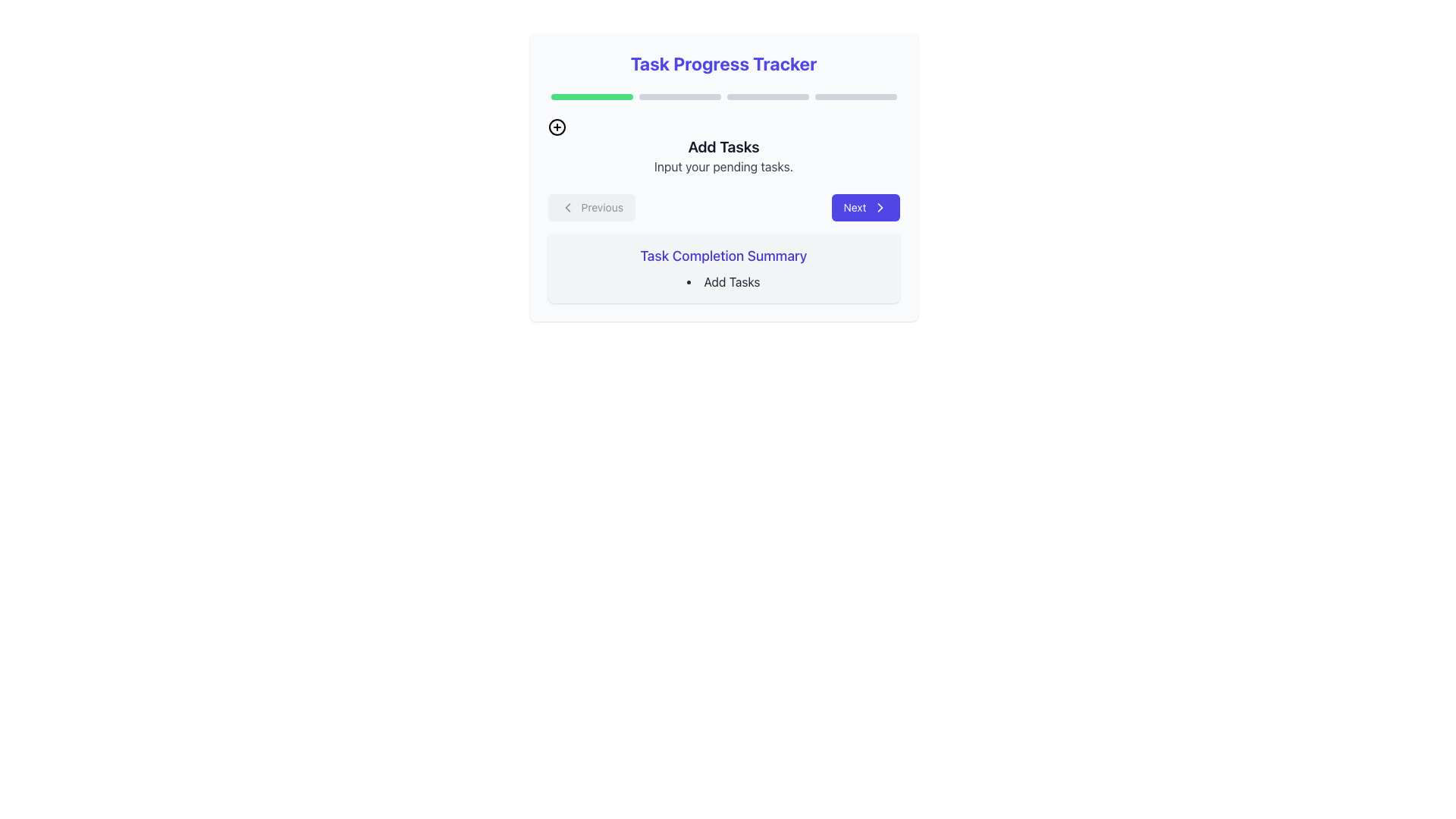  Describe the element at coordinates (723, 207) in the screenshot. I see `the 'Previous' button on the Navigation bar` at that location.